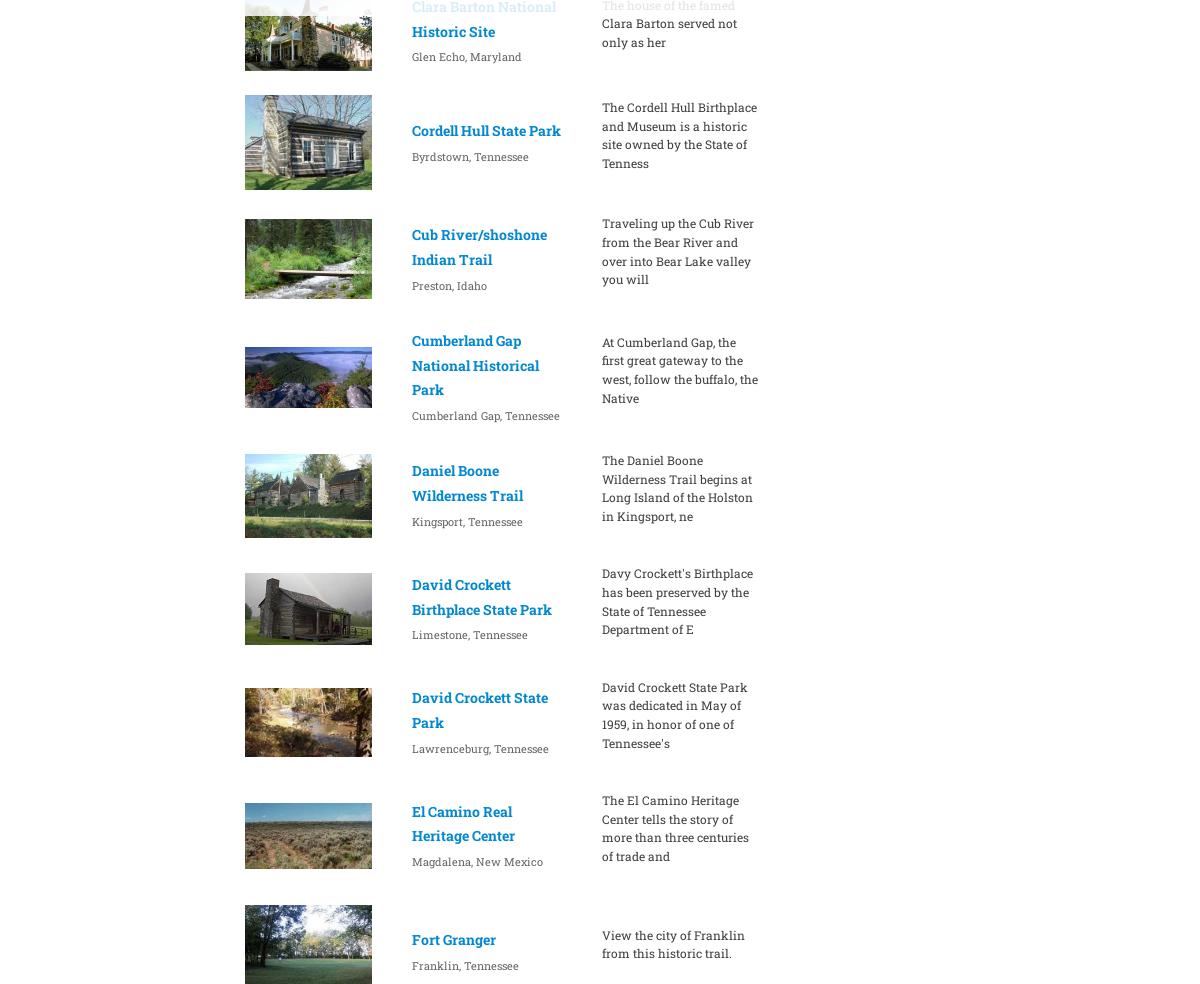  I want to click on 'The Daniel Boone Wilderness Trail begins at Long Island of the Holston in Kingsport, ne', so click(676, 487).